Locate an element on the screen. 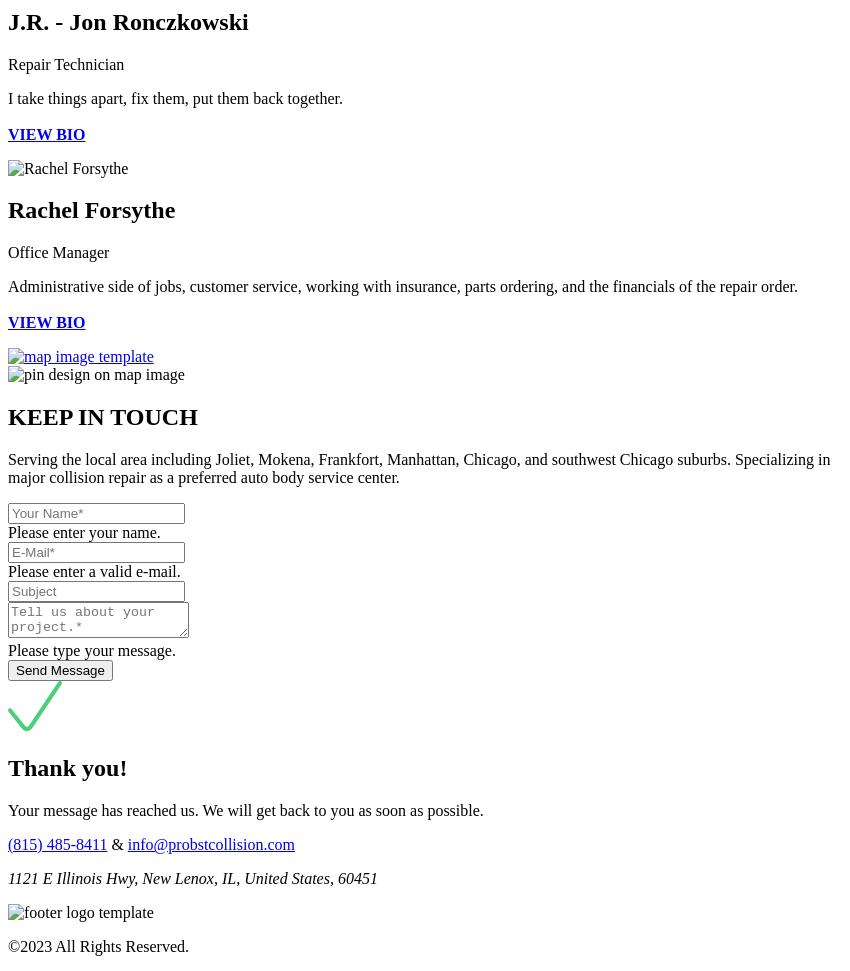 Image resolution: width=850 pixels, height=971 pixels. 'Serving the local area including Joliet, Mokena, Frankfort, Manhattan, Chicago, and southwest Chicago suburbs. Specializing in major collision repair as a preferred auto body service center.' is located at coordinates (418, 468).